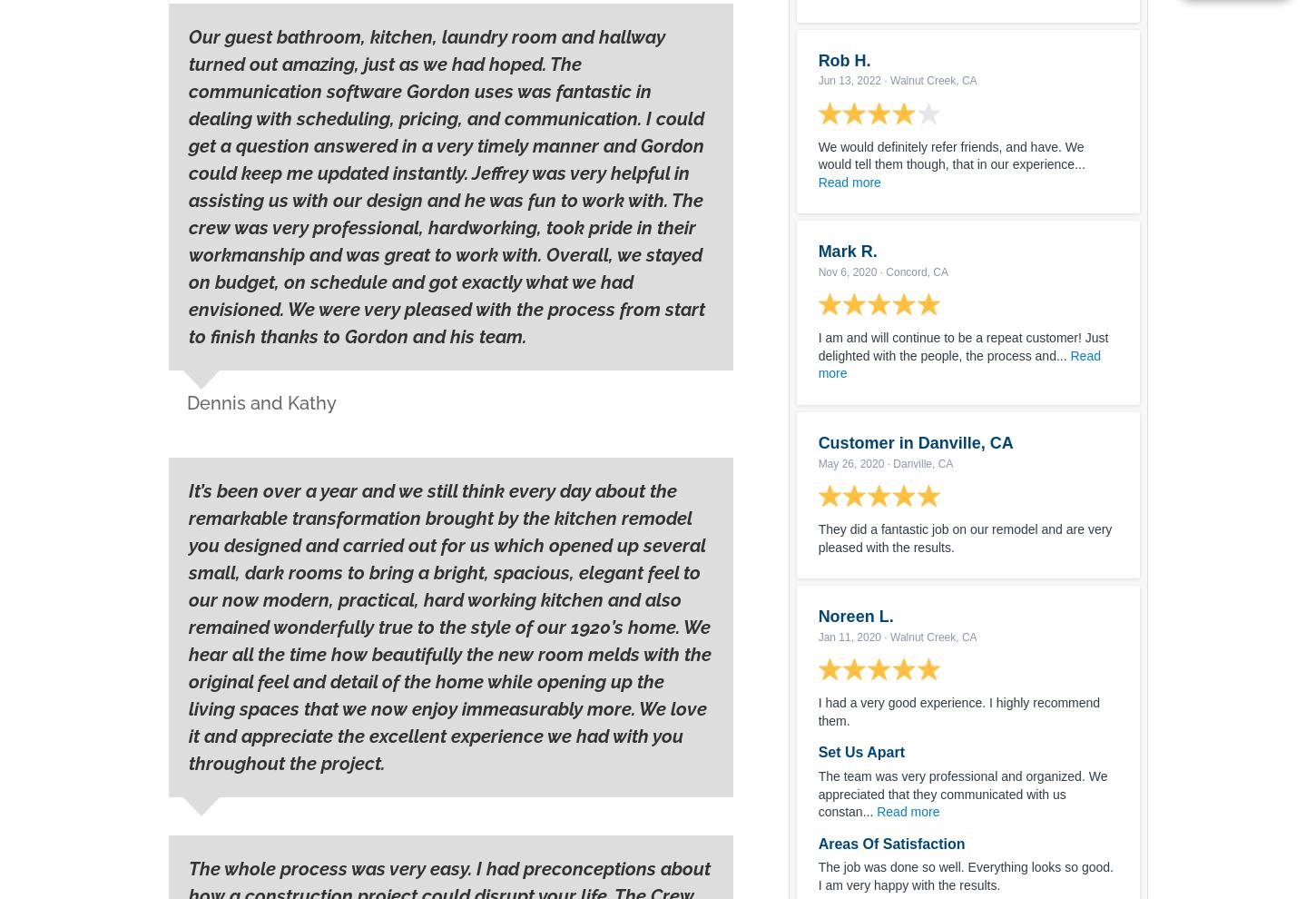 Image resolution: width=1316 pixels, height=899 pixels. What do you see at coordinates (854, 617) in the screenshot?
I see `'Noreen L.'` at bounding box center [854, 617].